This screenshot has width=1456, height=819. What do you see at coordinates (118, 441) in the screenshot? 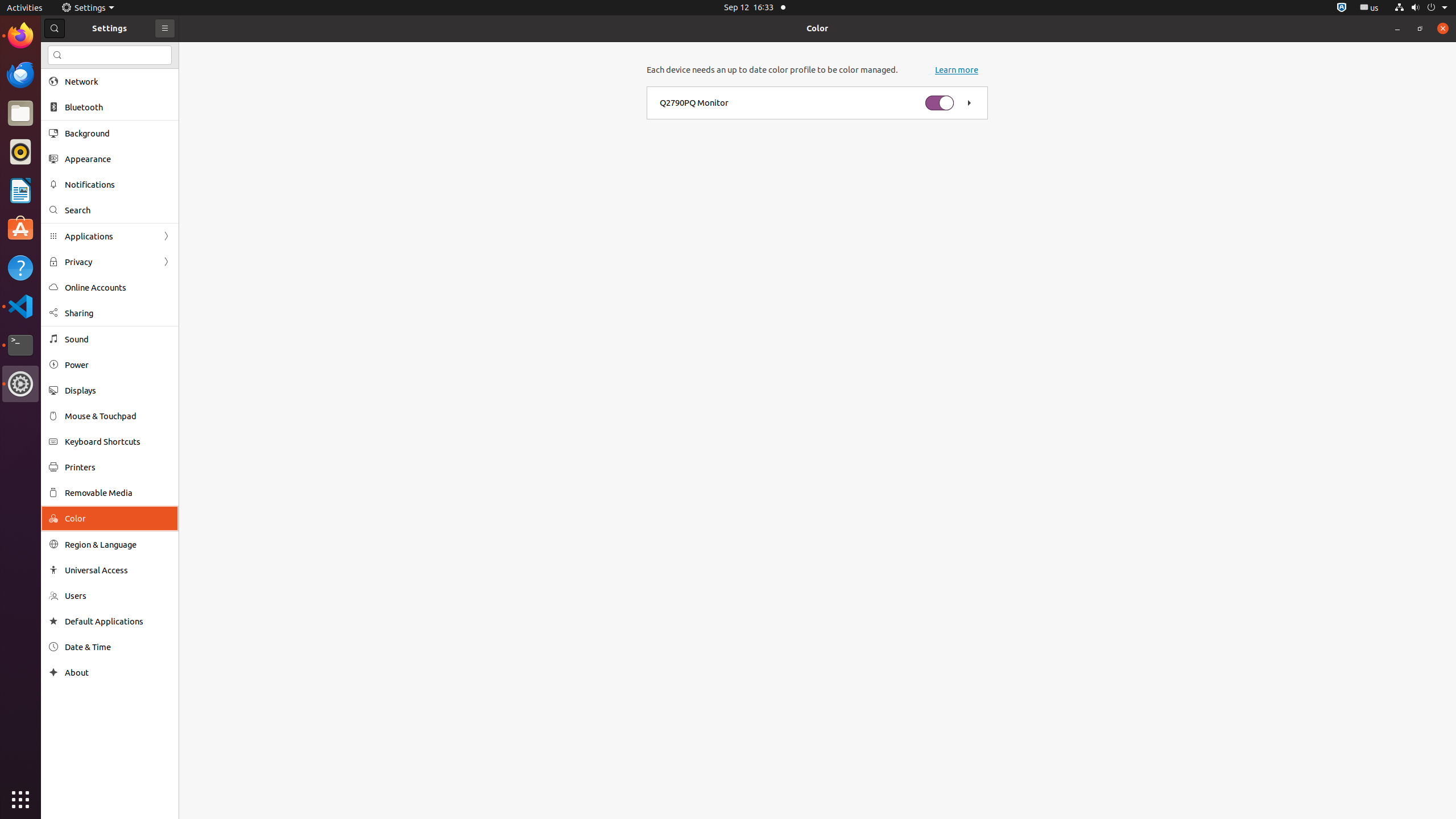
I see `'Keyboard Shortcuts'` at bounding box center [118, 441].